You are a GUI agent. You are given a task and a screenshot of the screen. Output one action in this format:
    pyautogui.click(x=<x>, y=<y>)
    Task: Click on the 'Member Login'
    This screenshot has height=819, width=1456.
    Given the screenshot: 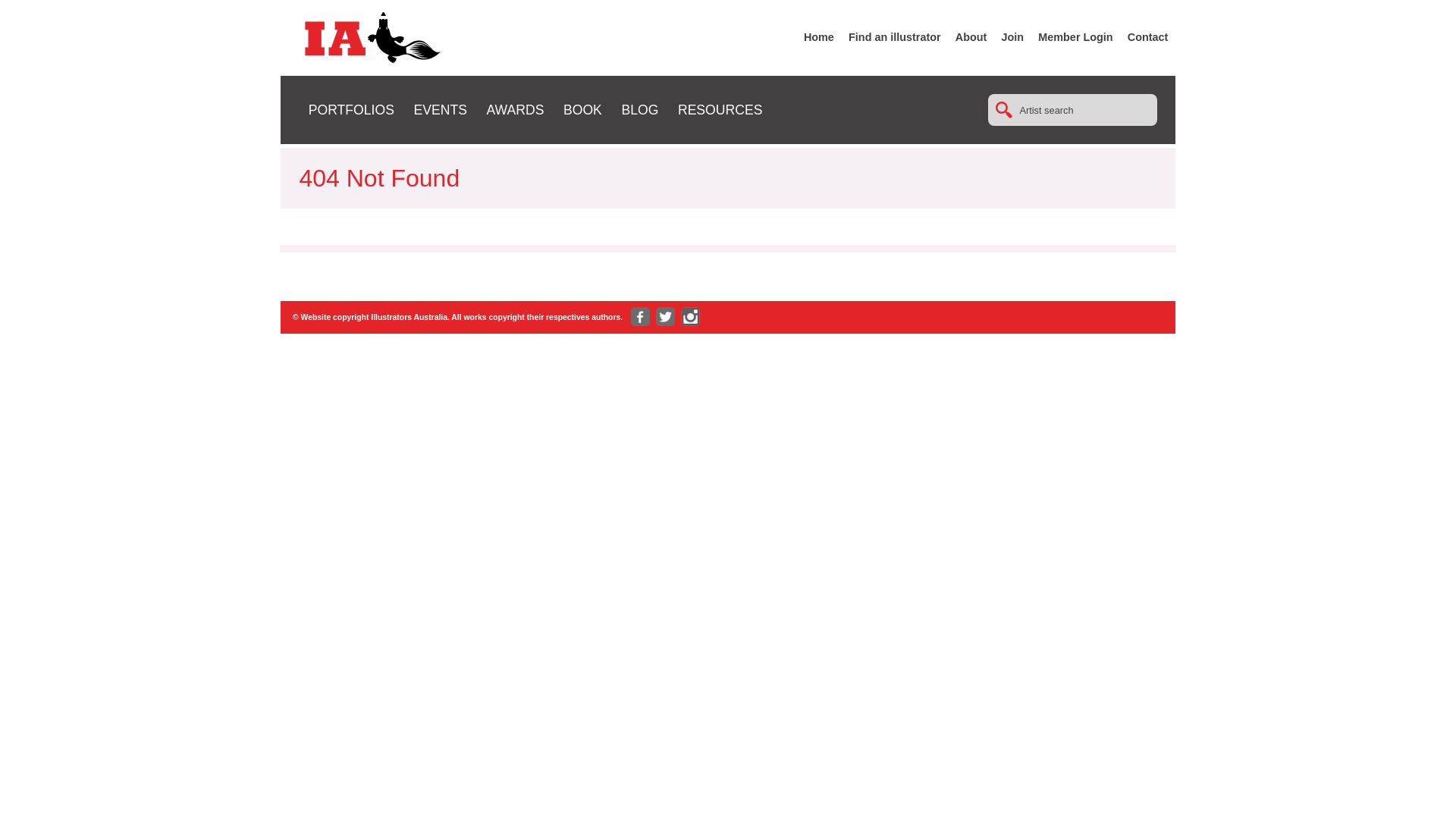 What is the action you would take?
    pyautogui.click(x=1074, y=36)
    